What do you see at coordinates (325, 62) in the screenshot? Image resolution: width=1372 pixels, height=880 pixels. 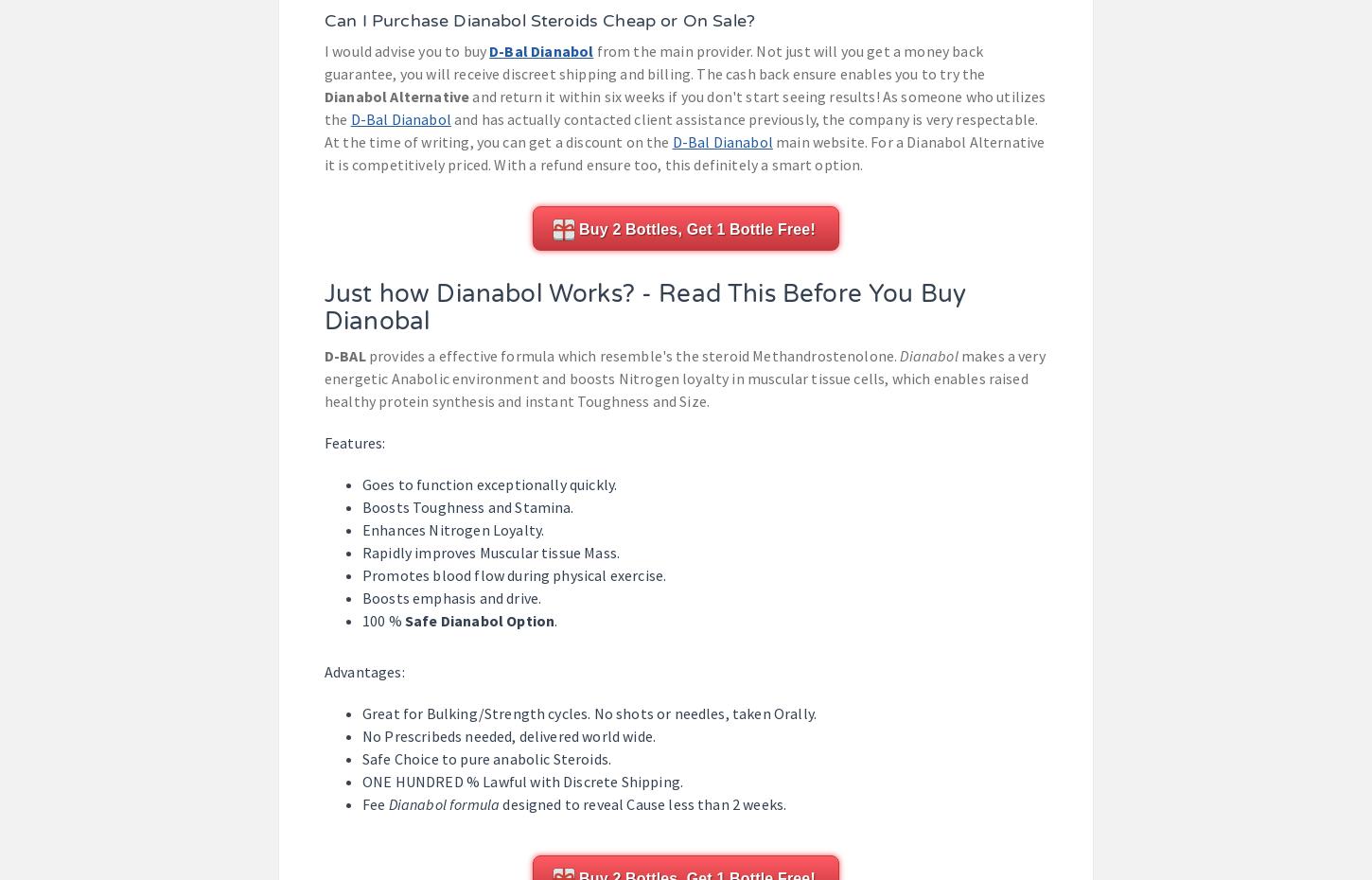 I see `'from the main provider. Not just will you get a money back guarantee, you will receive discreet shipping and billing. The cash back ensure enables you to try the'` at bounding box center [325, 62].